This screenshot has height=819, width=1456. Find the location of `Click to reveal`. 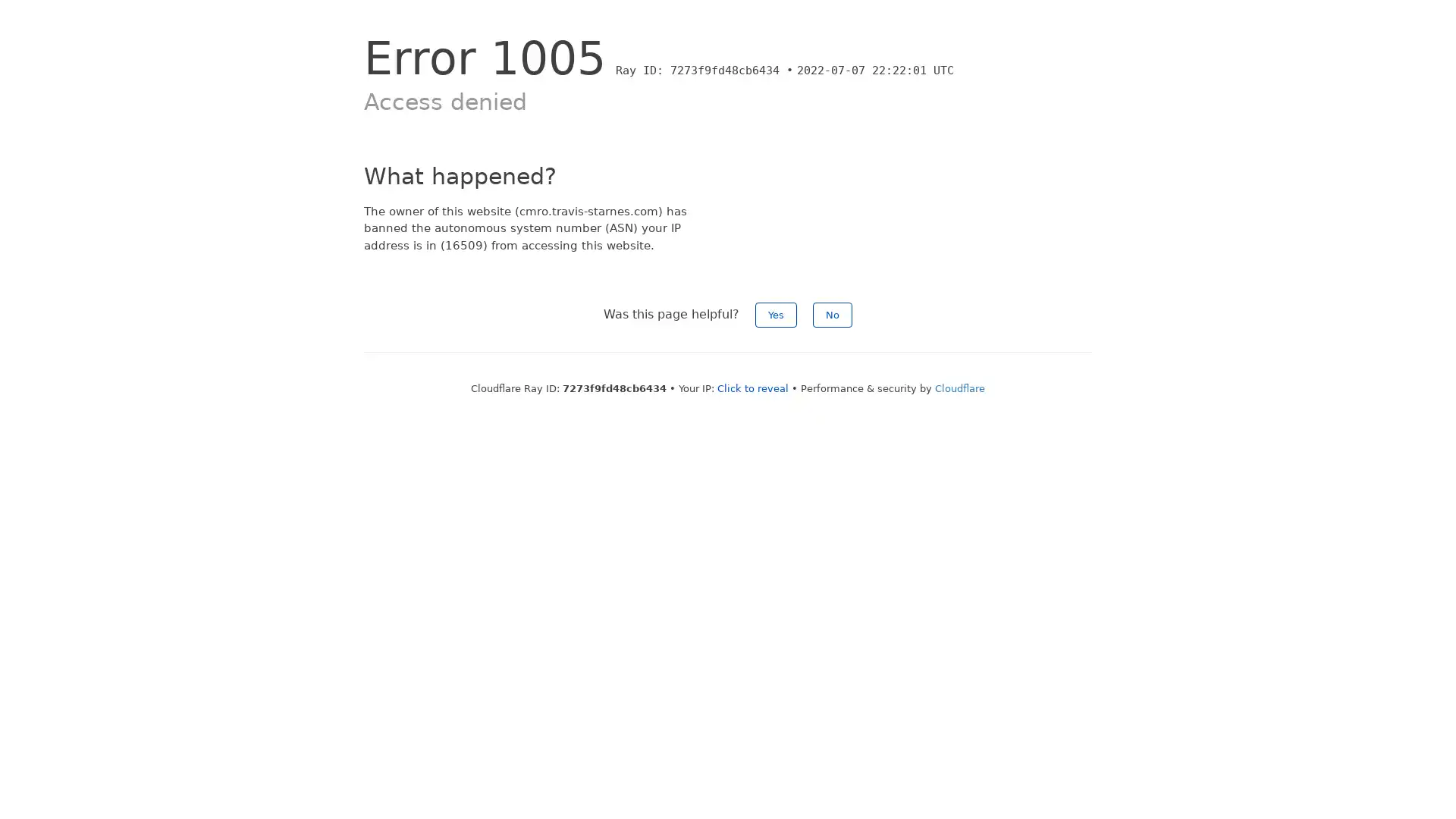

Click to reveal is located at coordinates (753, 388).